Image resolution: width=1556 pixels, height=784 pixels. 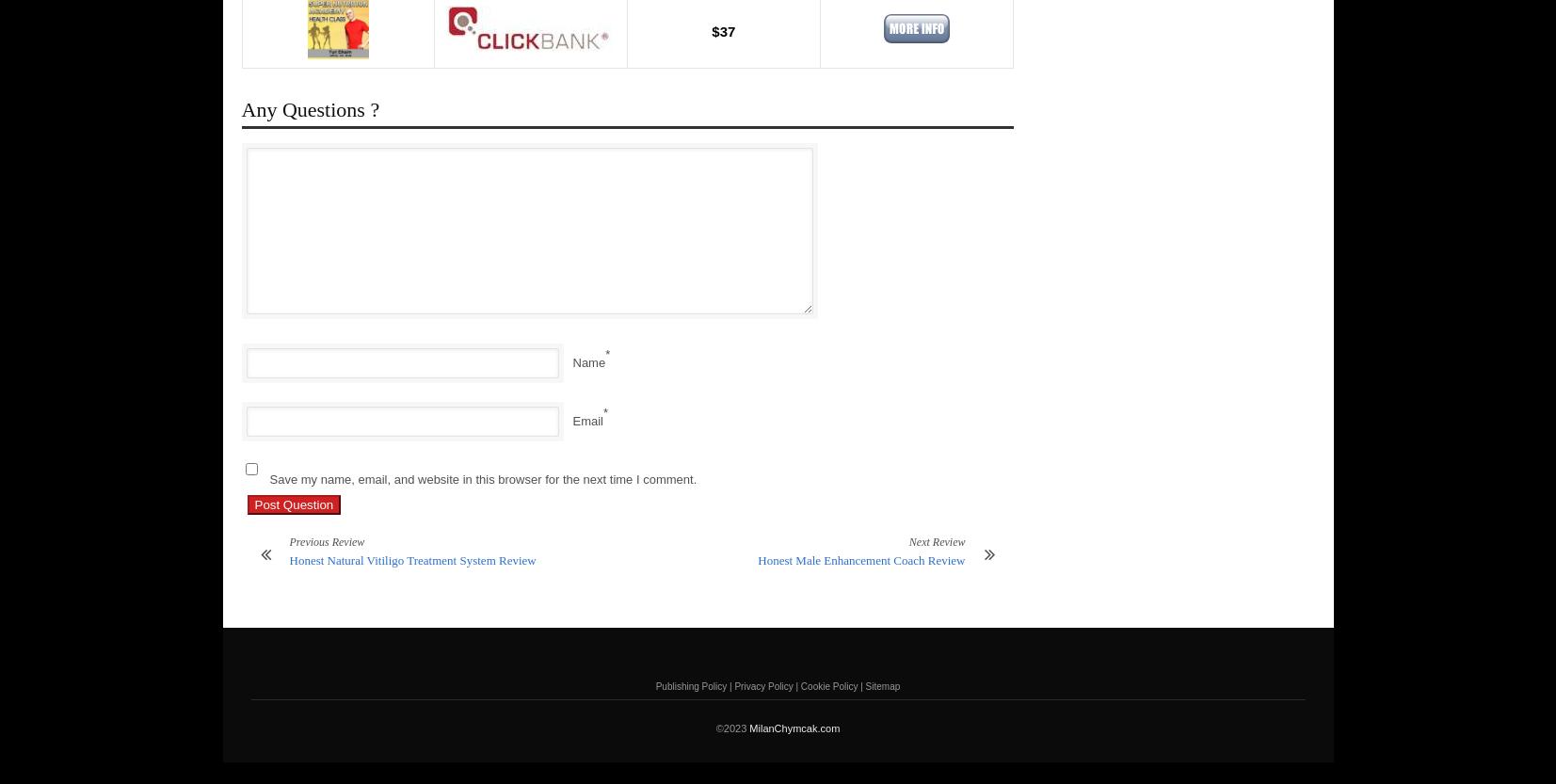 What do you see at coordinates (240, 107) in the screenshot?
I see `'Any Questions ?'` at bounding box center [240, 107].